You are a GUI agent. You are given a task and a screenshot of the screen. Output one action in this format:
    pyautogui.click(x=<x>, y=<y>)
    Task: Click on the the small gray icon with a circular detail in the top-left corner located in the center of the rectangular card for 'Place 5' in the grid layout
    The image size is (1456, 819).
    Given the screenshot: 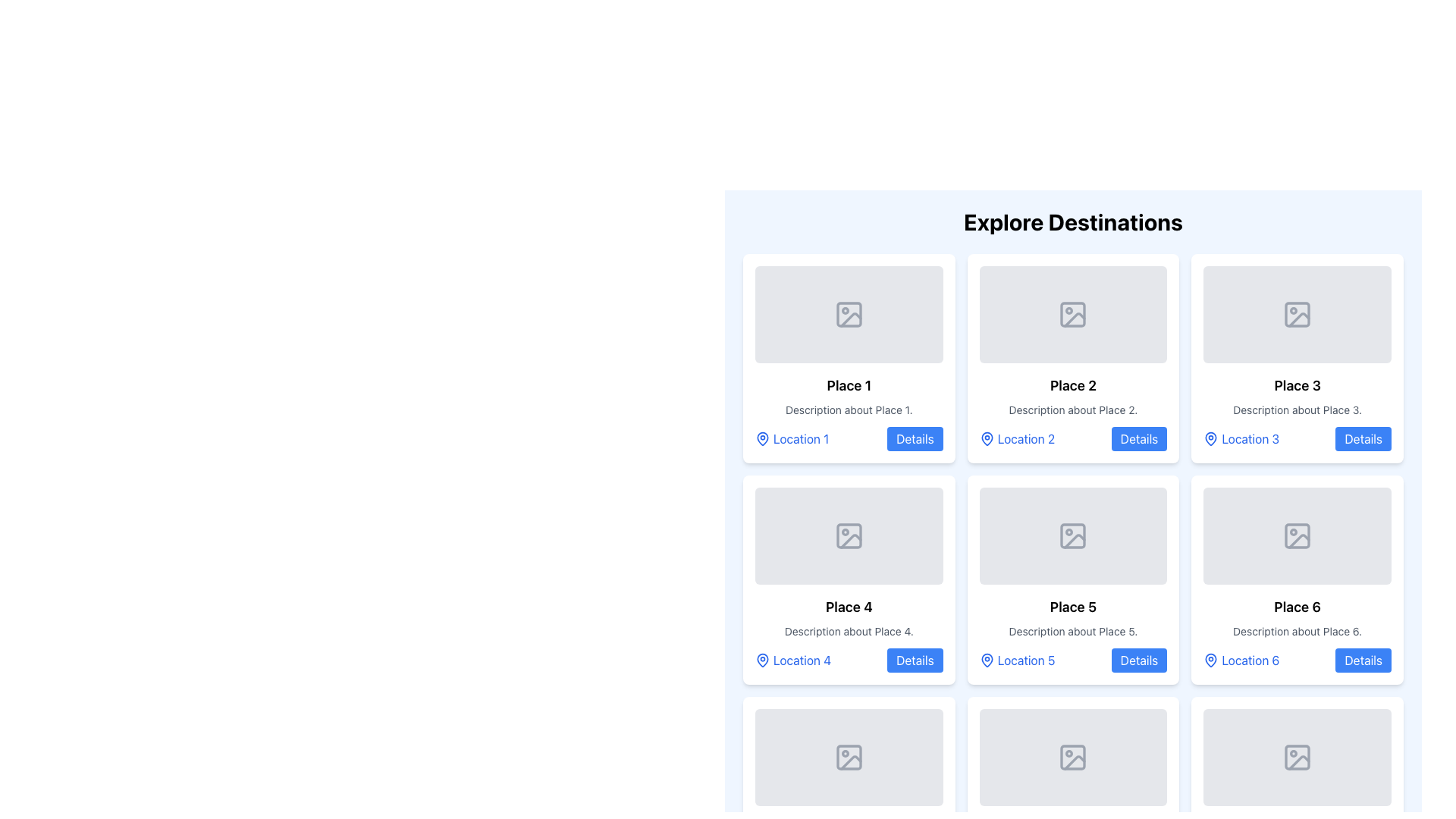 What is the action you would take?
    pyautogui.click(x=1072, y=758)
    